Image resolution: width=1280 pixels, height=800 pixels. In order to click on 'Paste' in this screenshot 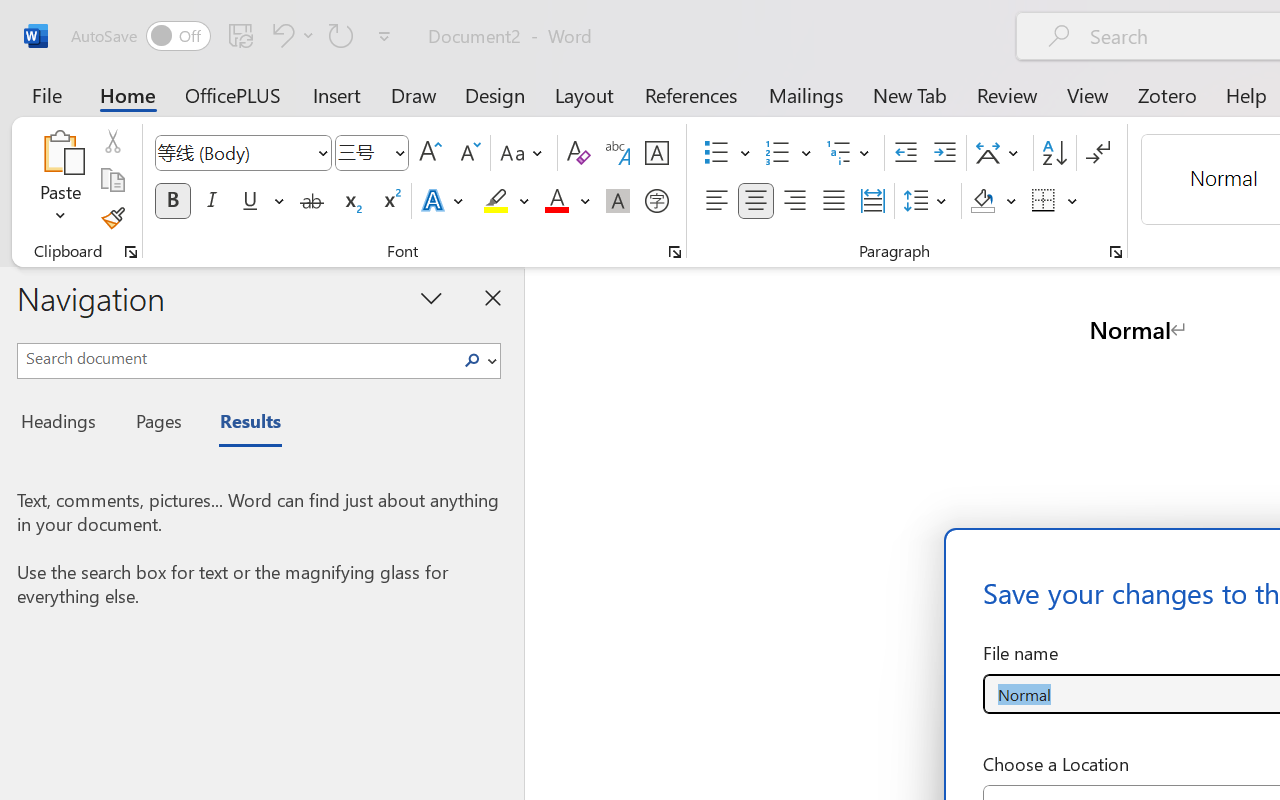, I will do `click(60, 179)`.